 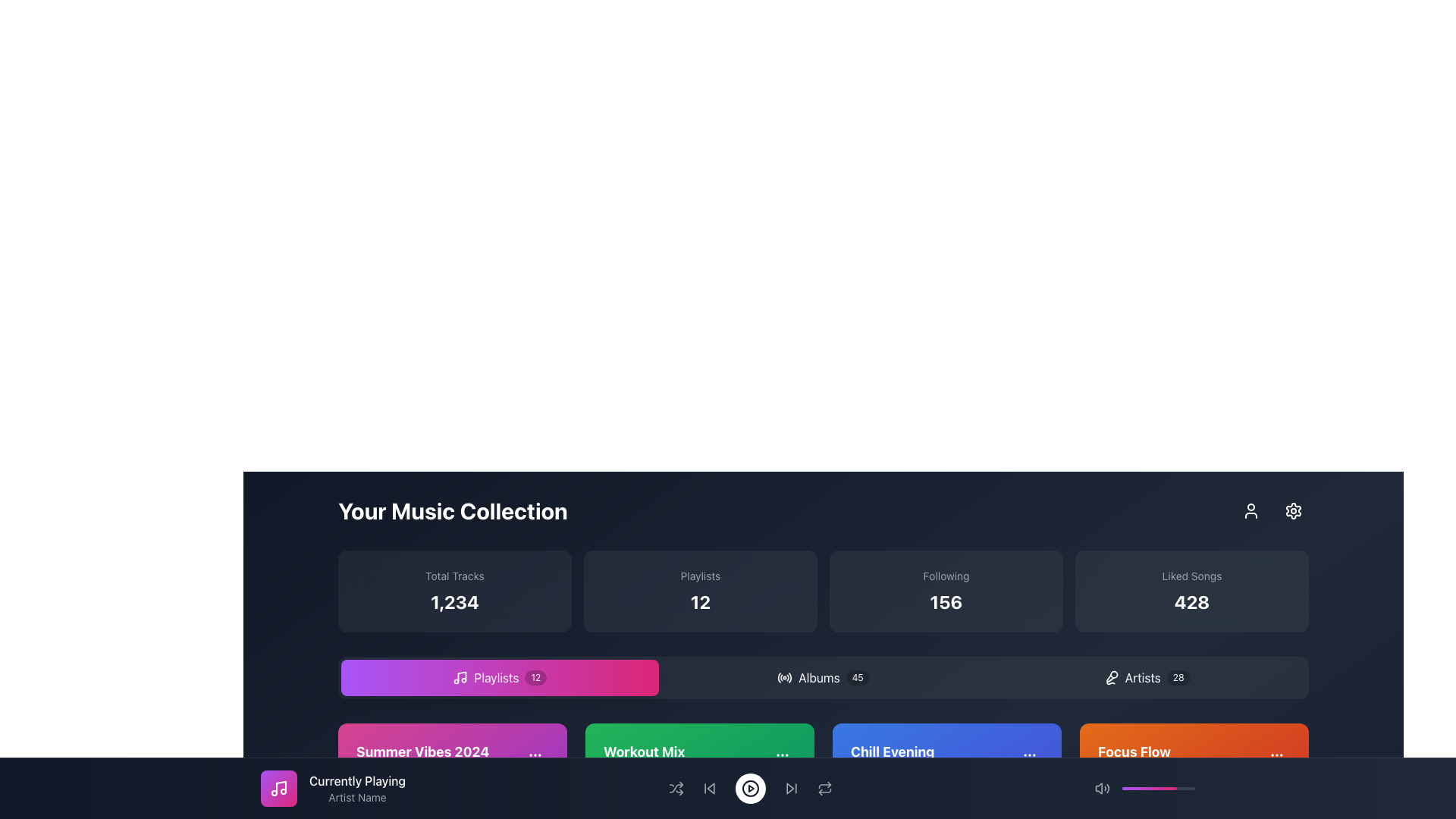 What do you see at coordinates (1292, 511) in the screenshot?
I see `the settings icon located at the top-right corner of the interface` at bounding box center [1292, 511].